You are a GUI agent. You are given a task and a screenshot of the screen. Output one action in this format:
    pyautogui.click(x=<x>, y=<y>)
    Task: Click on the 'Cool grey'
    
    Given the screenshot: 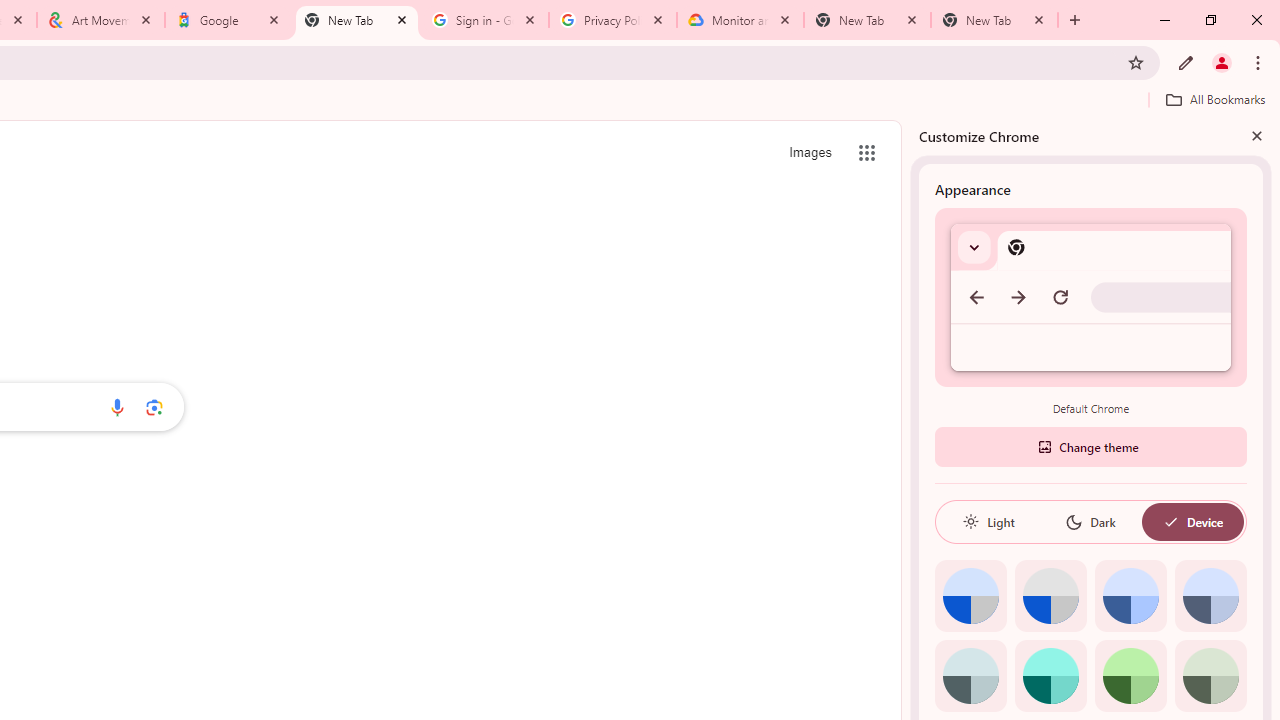 What is the action you would take?
    pyautogui.click(x=1209, y=595)
    